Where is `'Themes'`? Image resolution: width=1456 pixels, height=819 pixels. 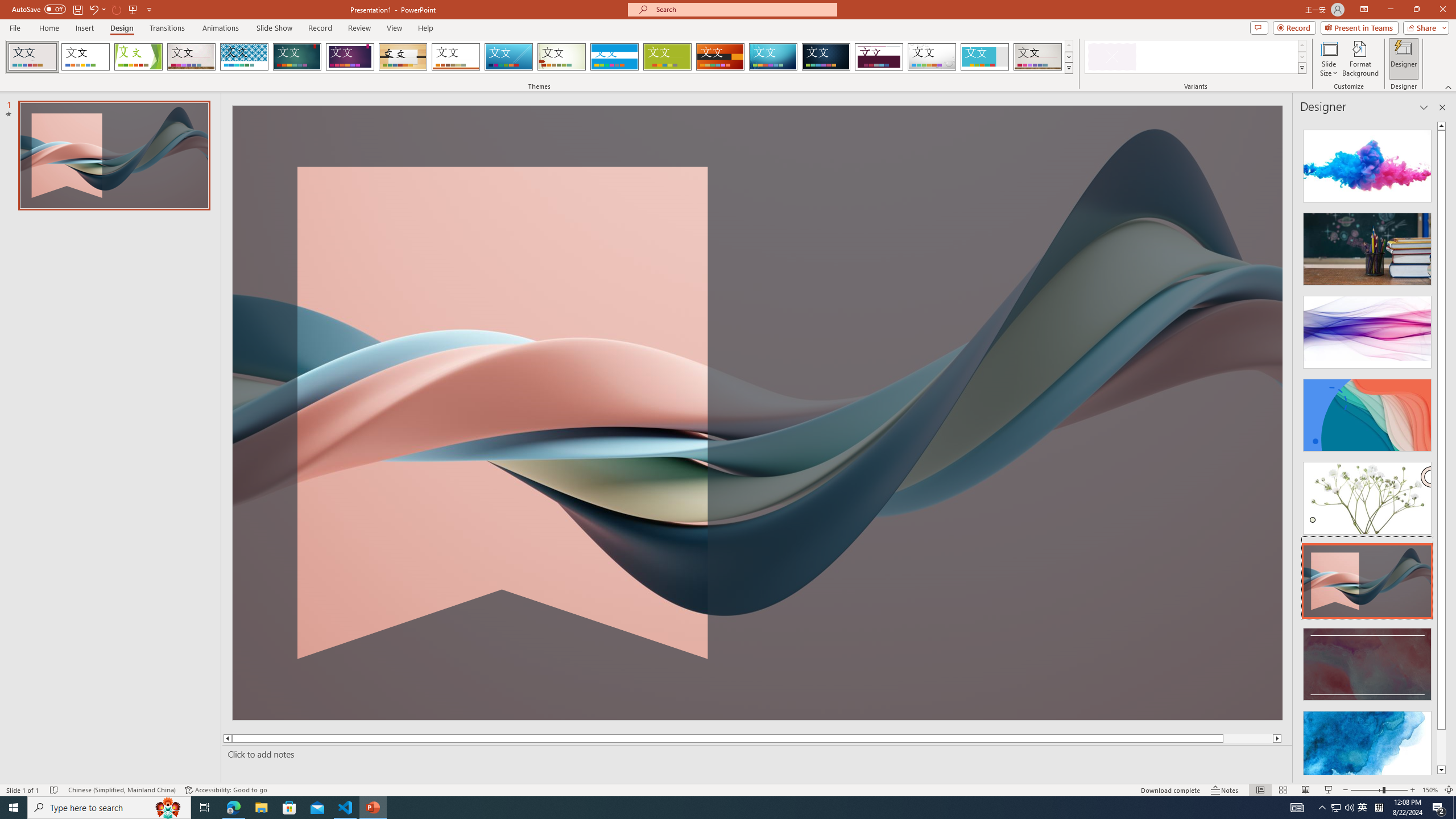 'Themes' is located at coordinates (1069, 67).